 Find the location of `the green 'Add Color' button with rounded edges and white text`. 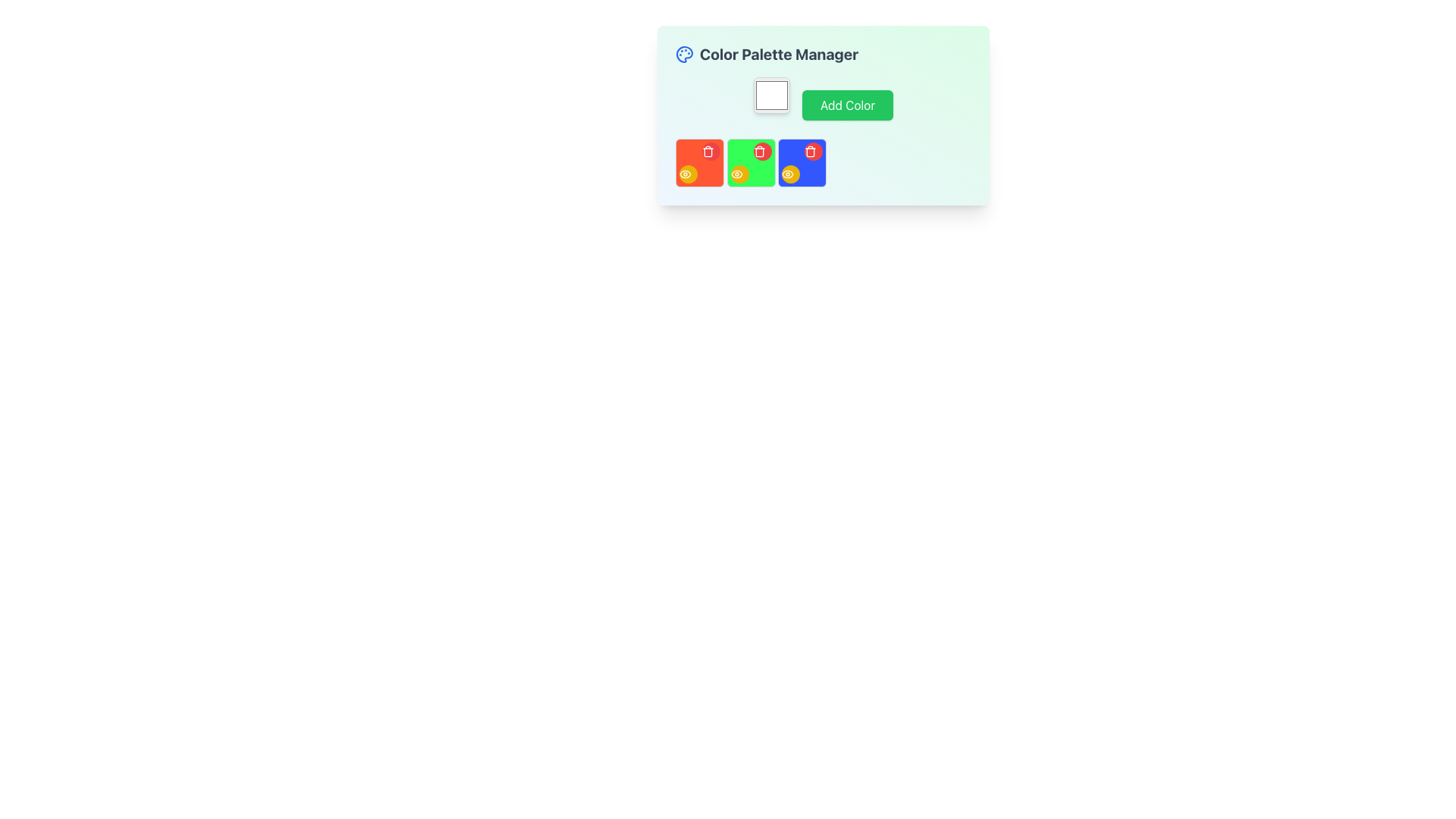

the green 'Add Color' button with rounded edges and white text is located at coordinates (847, 104).